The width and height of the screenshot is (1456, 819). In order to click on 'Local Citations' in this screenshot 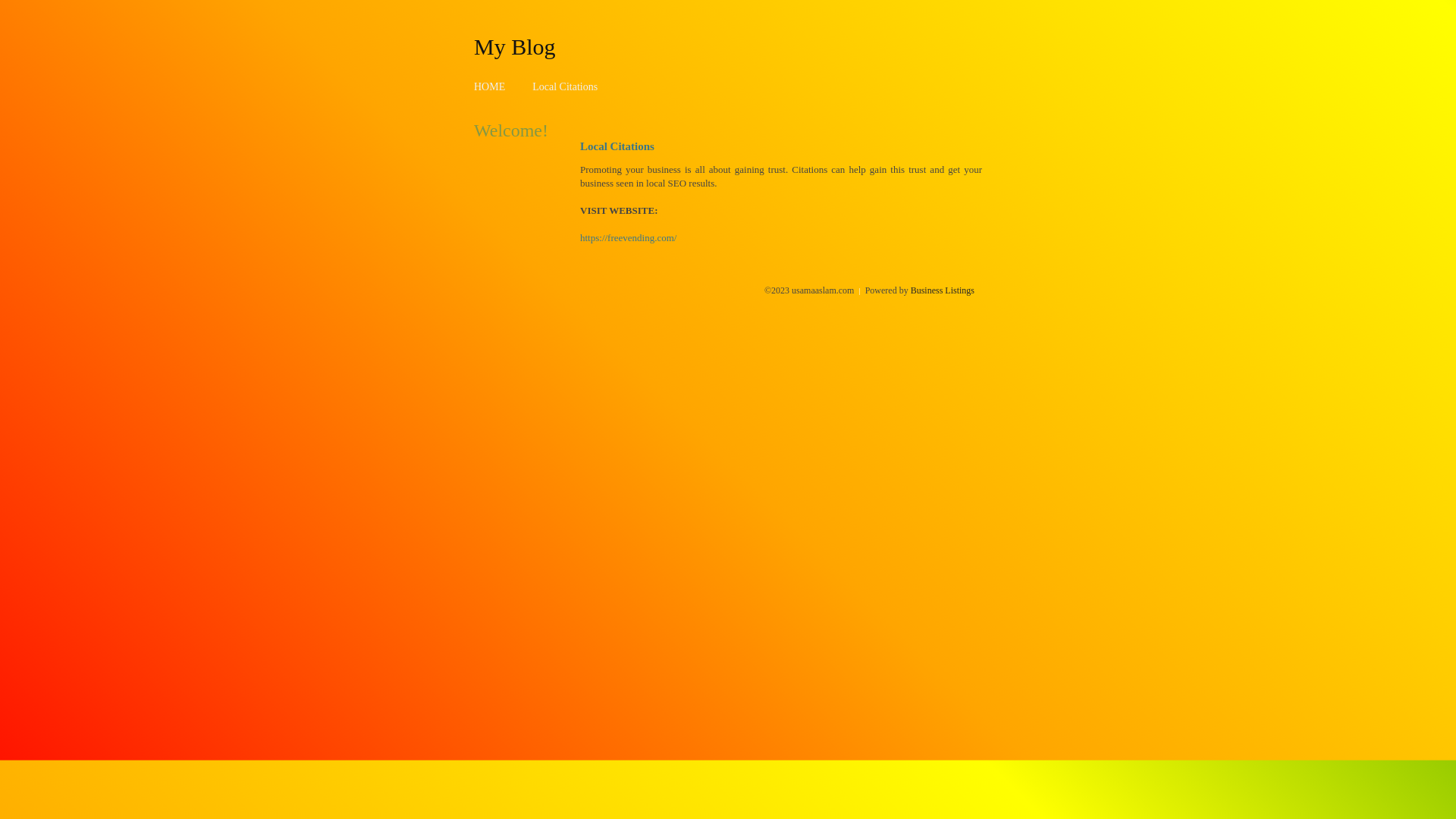, I will do `click(563, 86)`.